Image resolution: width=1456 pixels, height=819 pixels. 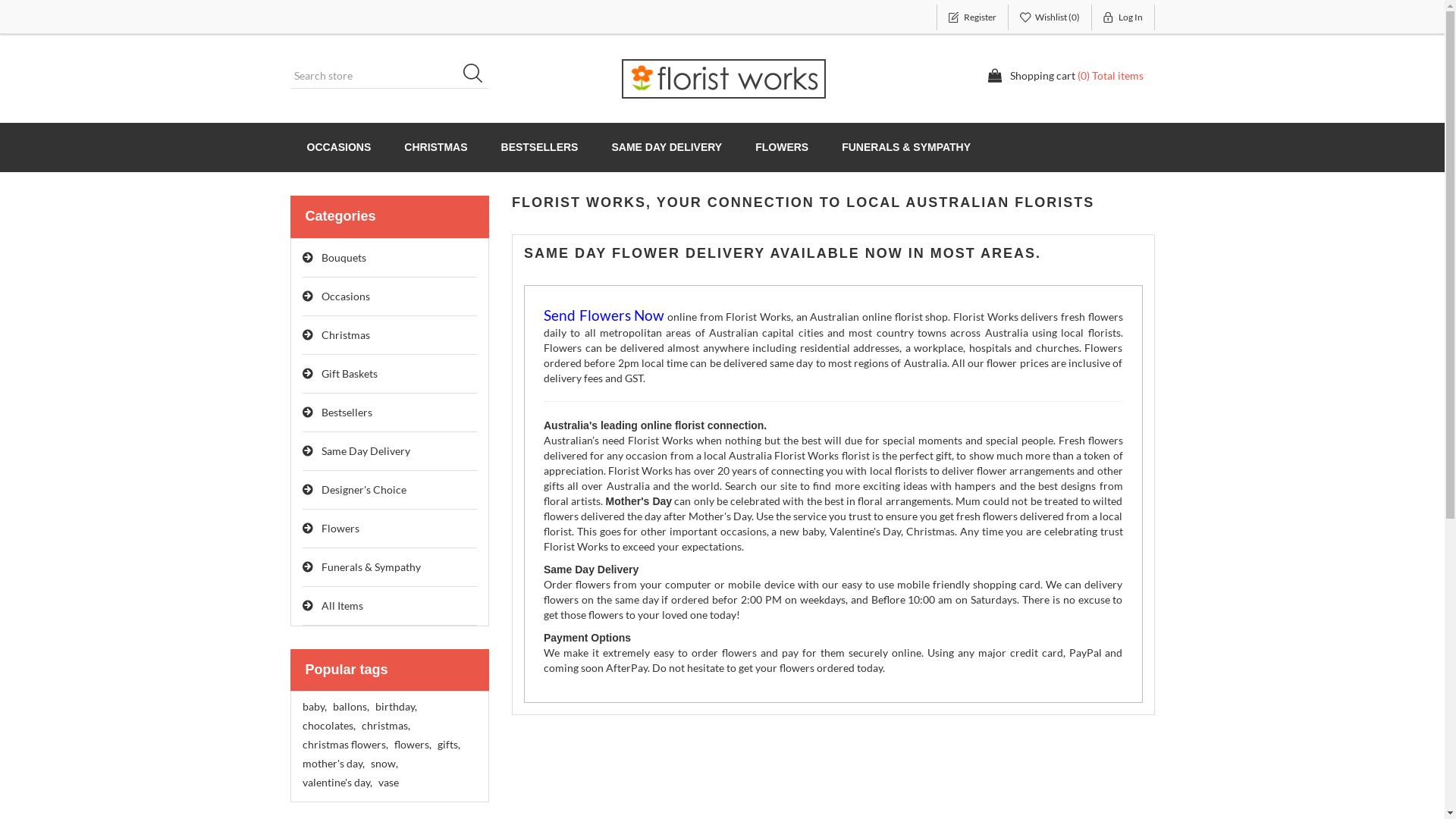 What do you see at coordinates (666, 147) in the screenshot?
I see `'SAME DAY DELIVERY'` at bounding box center [666, 147].